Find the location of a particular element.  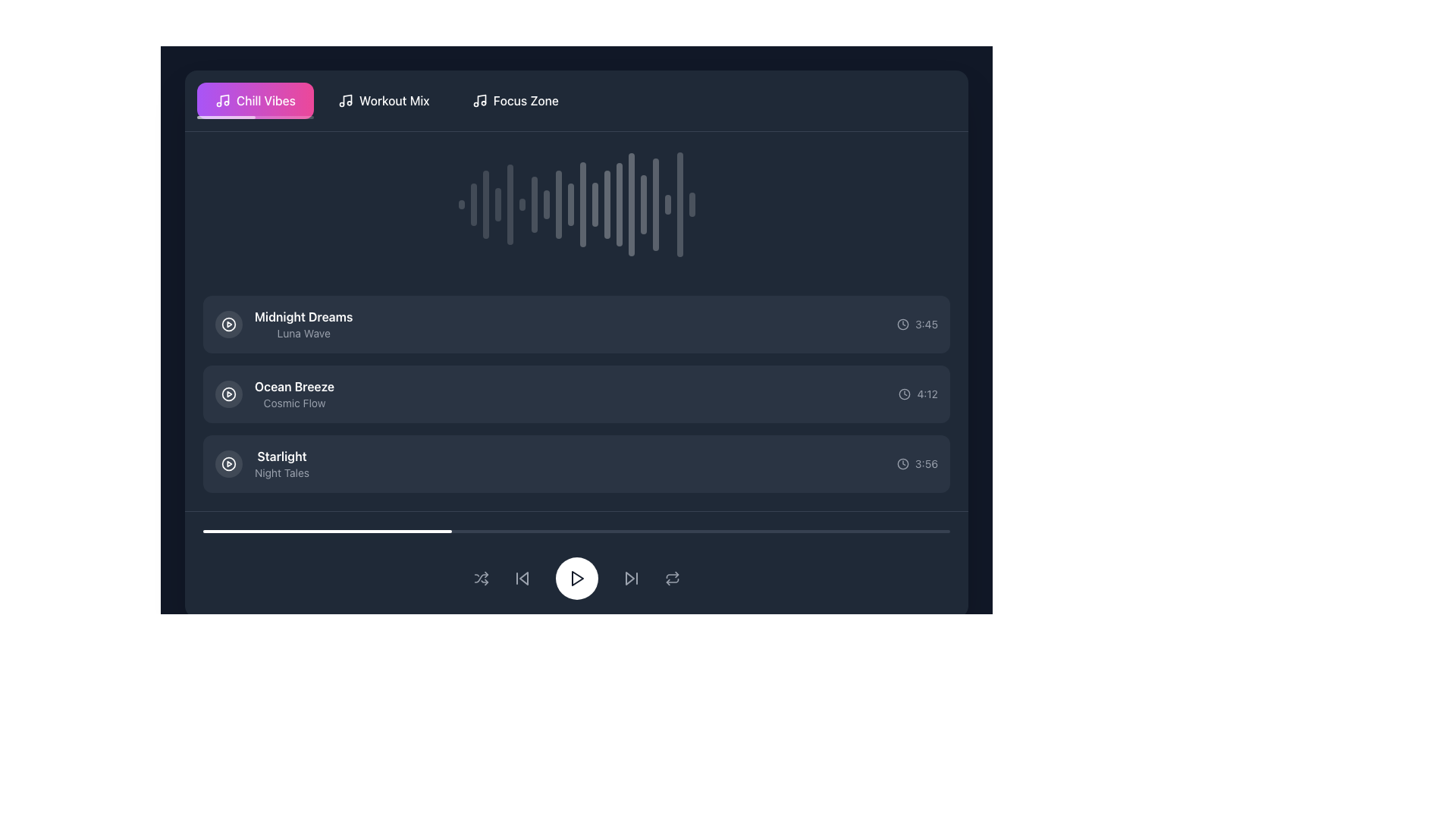

vertical line element of the music note icon, which is a decorative graphical line segment located near the upper-left corner of the interface, just left of the 'Chill Vibes' label is located at coordinates (481, 99).